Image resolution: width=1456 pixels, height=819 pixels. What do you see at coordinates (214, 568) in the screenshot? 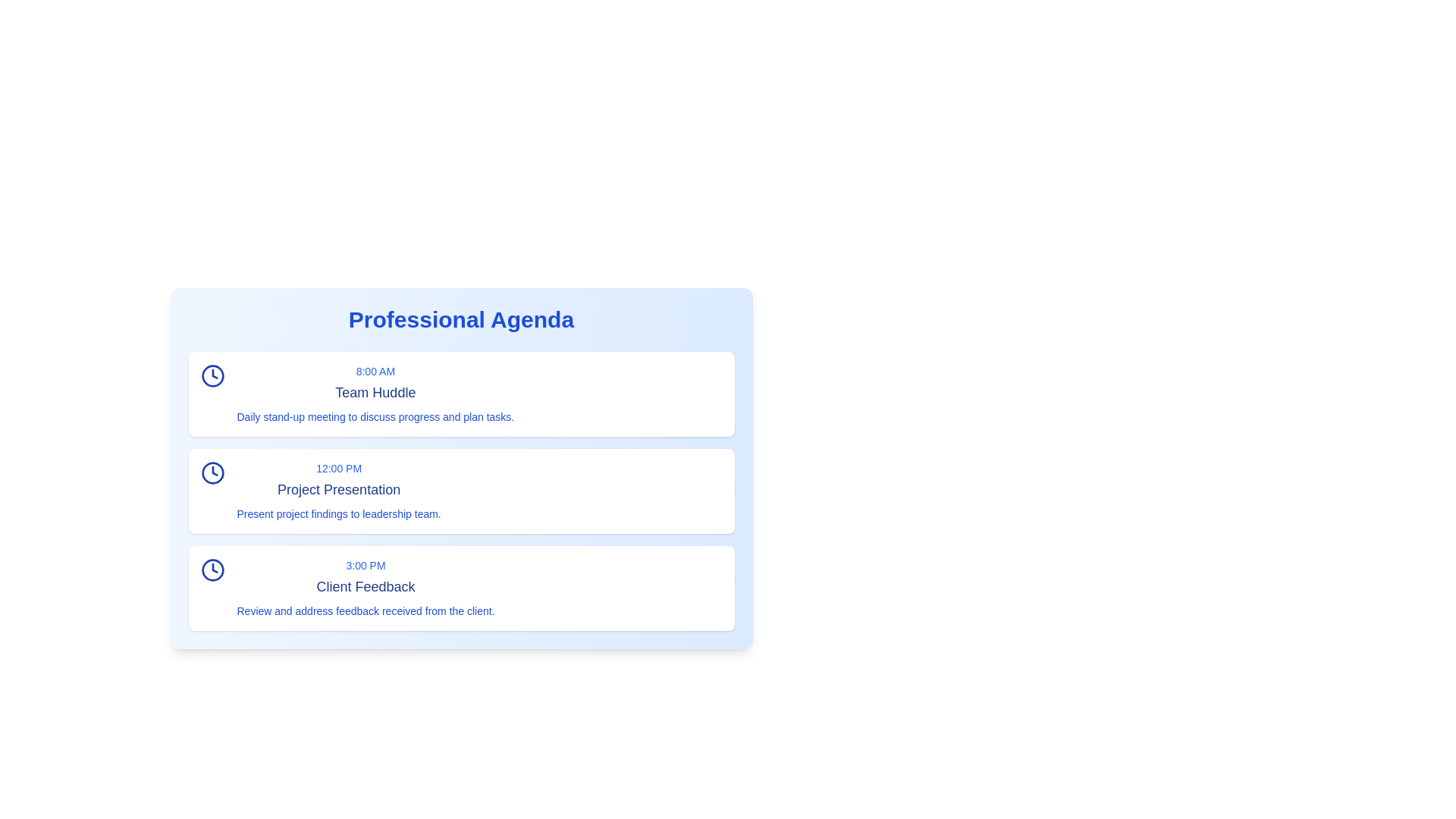
I see `the lower hand of the clock icon within the agenda item '3:00 PM Client Feedback'` at bounding box center [214, 568].